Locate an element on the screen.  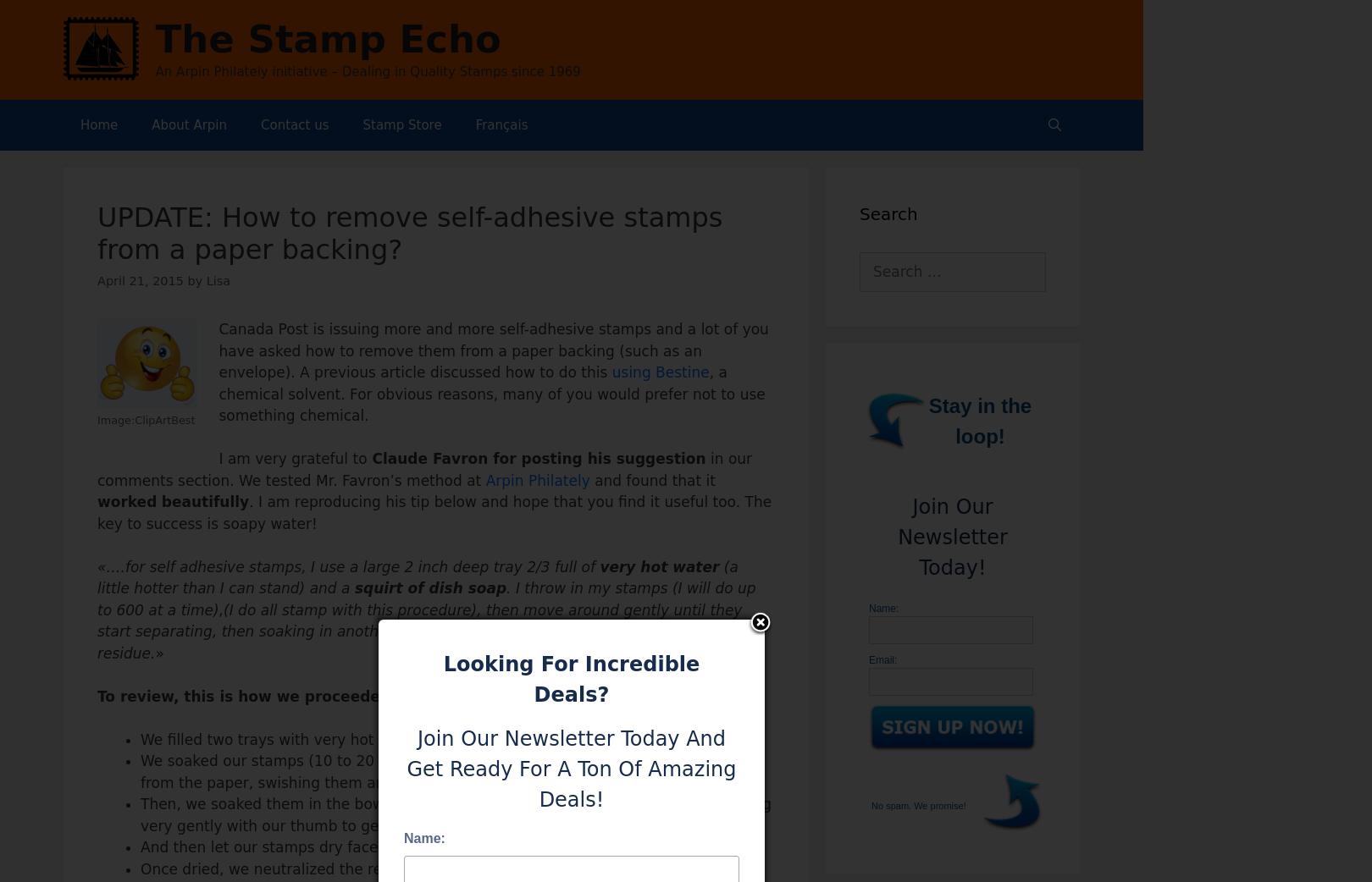
'I am very grateful to' is located at coordinates (291, 458).